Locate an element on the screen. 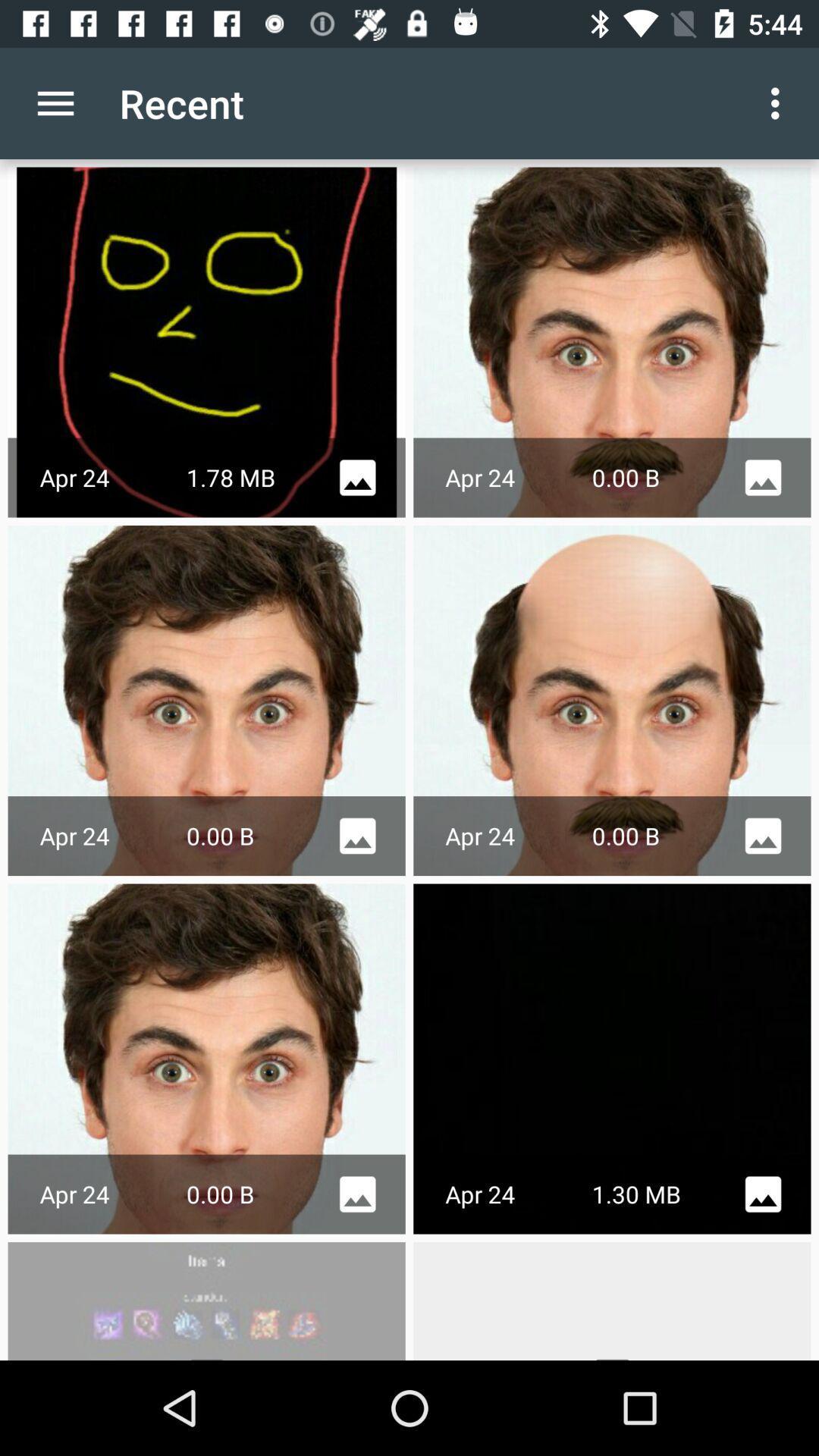 The image size is (819, 1456). item next to recent icon is located at coordinates (779, 102).